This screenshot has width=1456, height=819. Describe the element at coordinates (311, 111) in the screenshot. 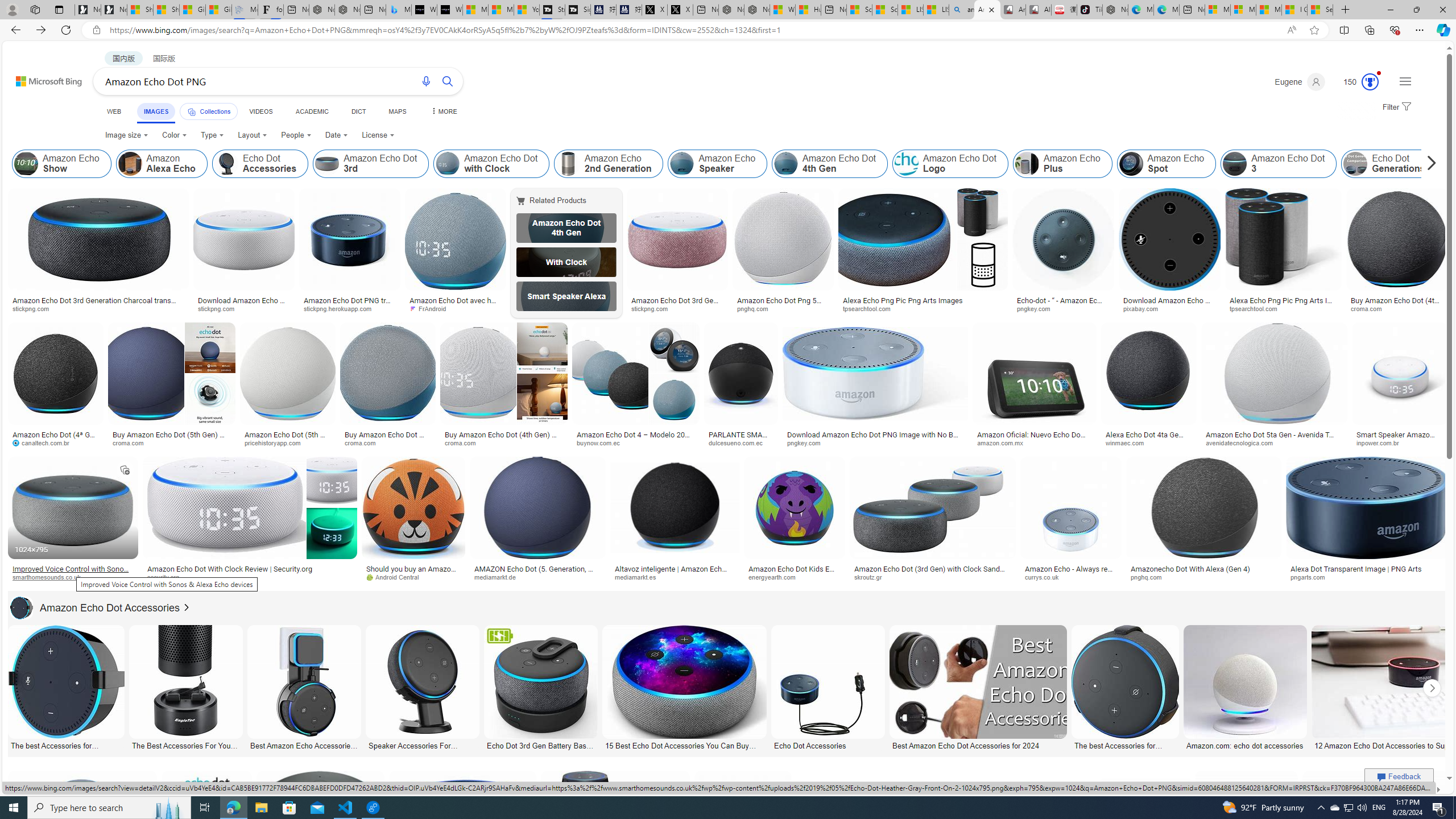

I see `'ACADEMIC'` at that location.